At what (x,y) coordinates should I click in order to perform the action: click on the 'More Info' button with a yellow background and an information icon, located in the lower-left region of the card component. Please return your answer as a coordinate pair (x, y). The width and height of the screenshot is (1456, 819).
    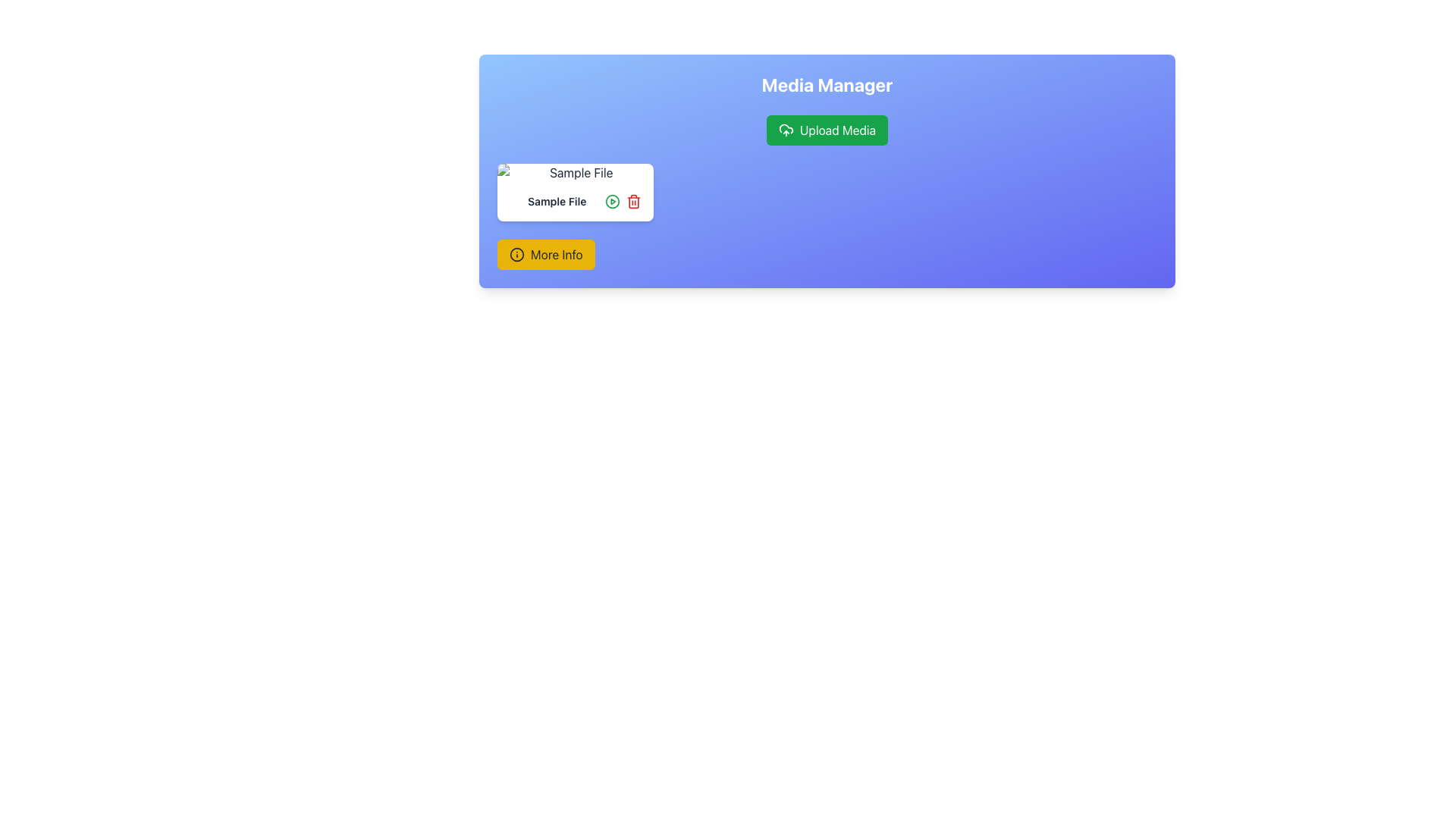
    Looking at the image, I should click on (546, 253).